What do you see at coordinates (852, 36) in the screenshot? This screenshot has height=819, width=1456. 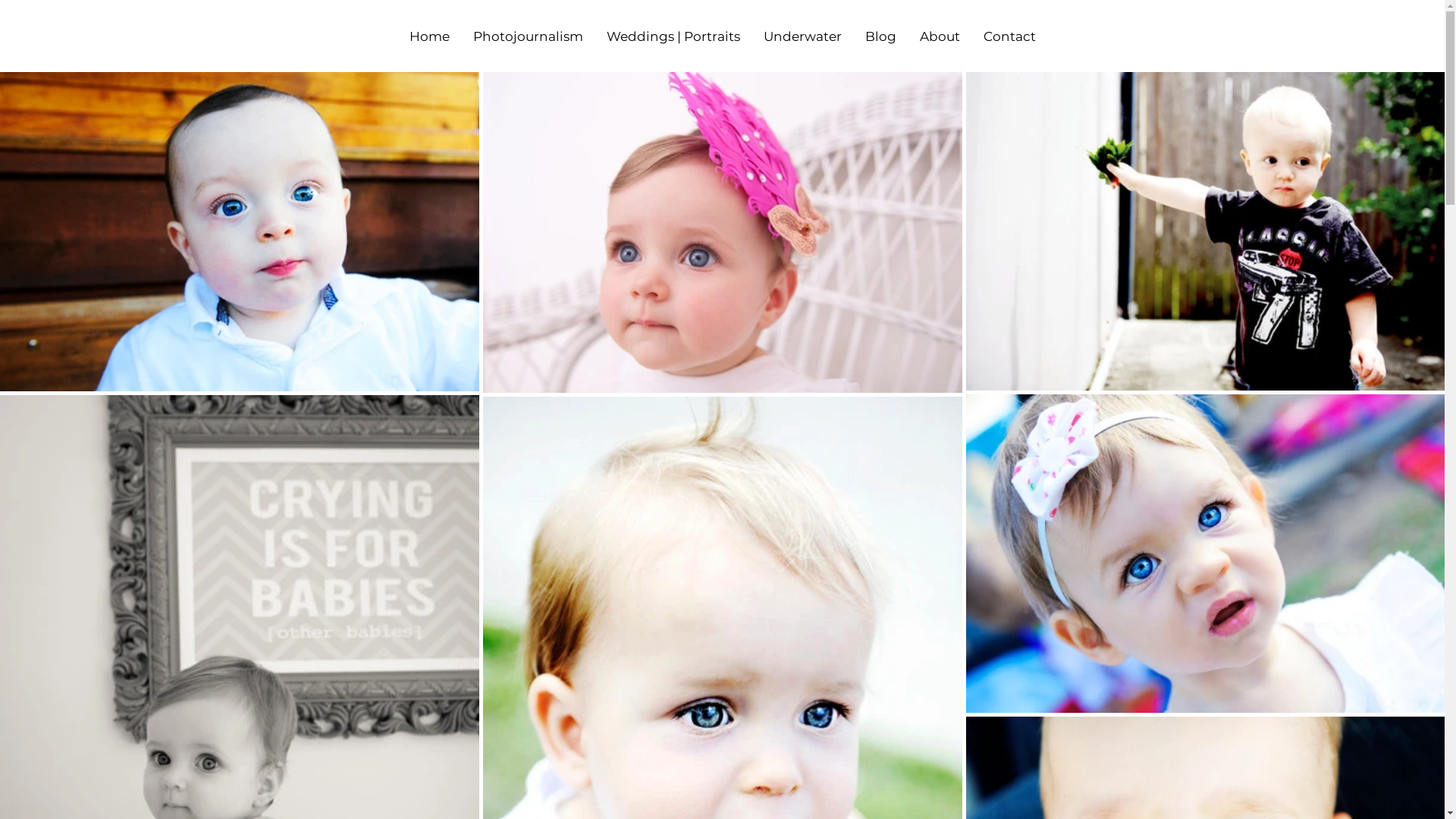 I see `'Blog'` at bounding box center [852, 36].